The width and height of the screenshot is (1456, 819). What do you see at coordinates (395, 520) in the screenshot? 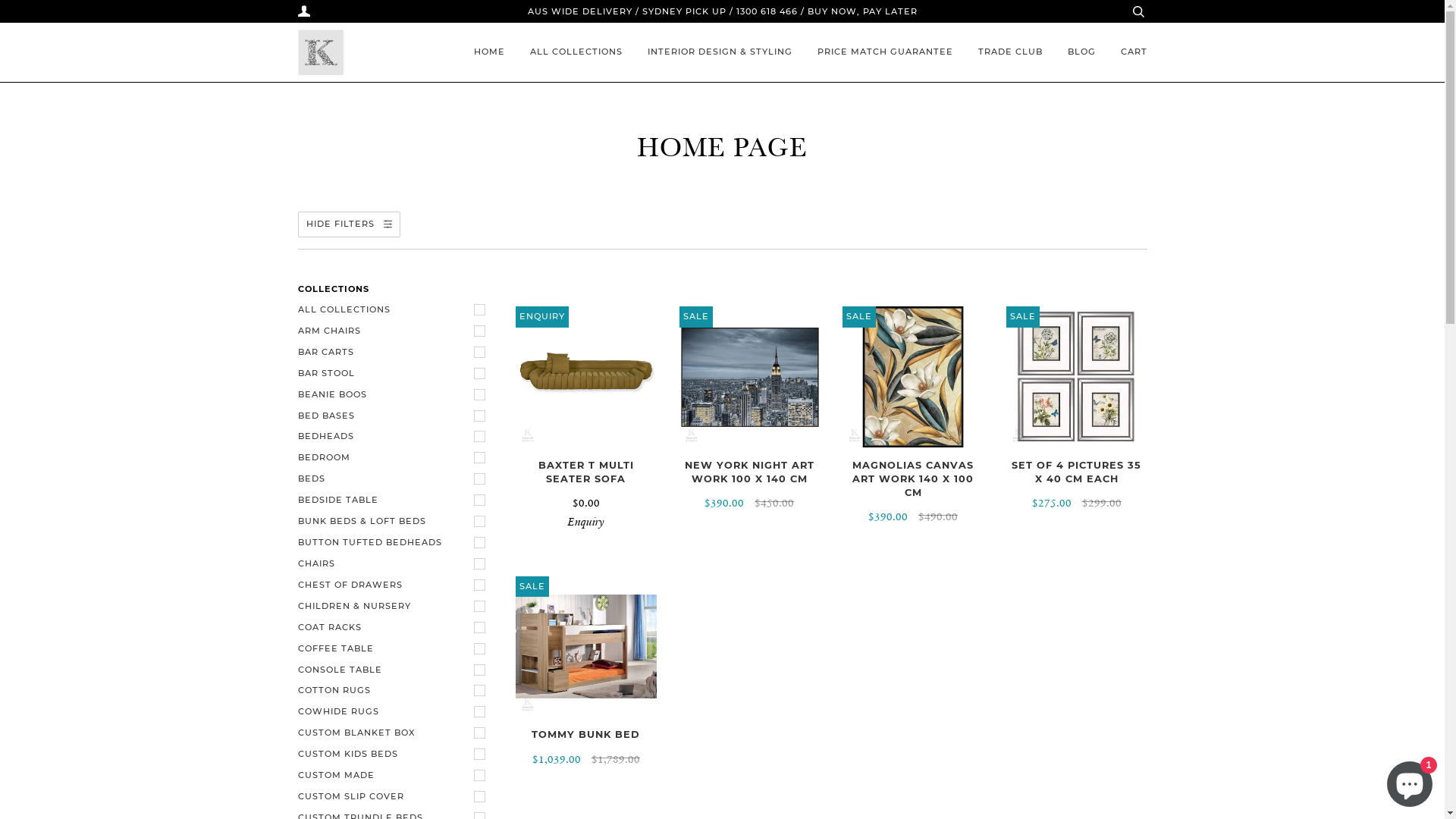
I see `'BUNK BEDS & LOFT BEDS'` at bounding box center [395, 520].